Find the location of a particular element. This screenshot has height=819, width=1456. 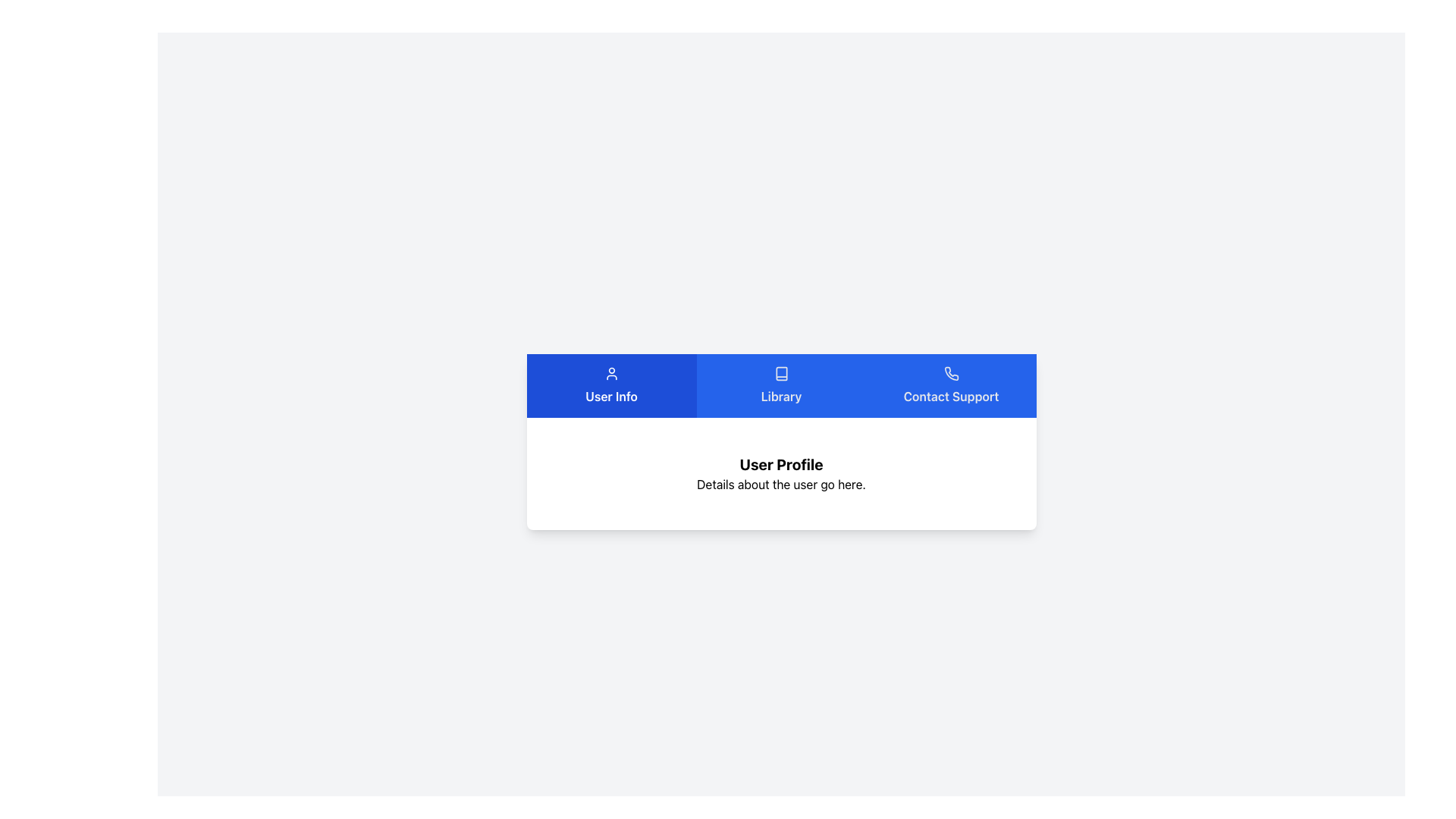

the 'Contact Support' text label element, which is a white, bold text on a blue background located at the bottom-right corner of the navigation bar is located at coordinates (950, 396).